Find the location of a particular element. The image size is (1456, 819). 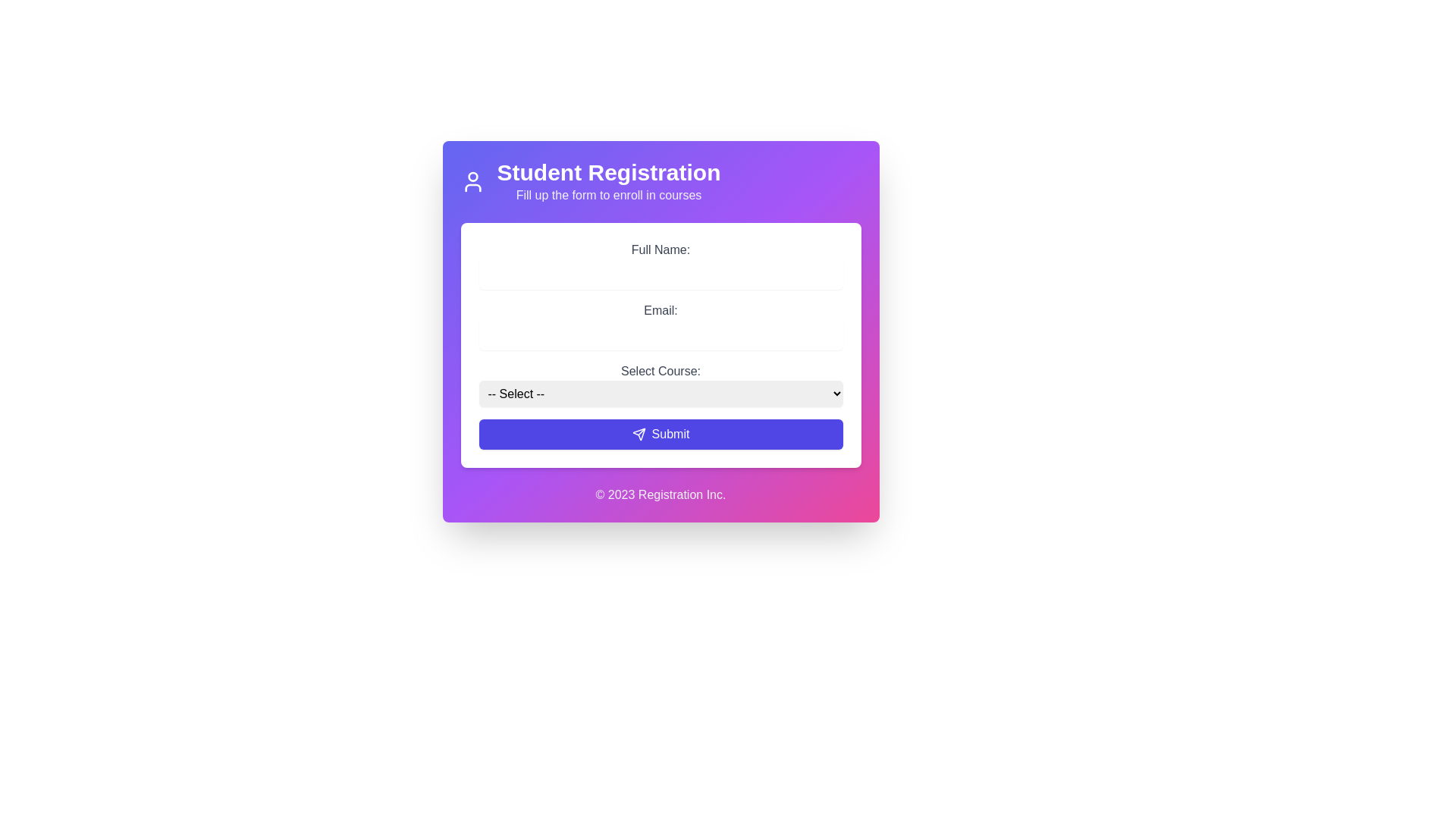

the 'Submit' button, which is a full-width button with a purple background, white text, and a paper plane icon, located at the bottom of the registration box is located at coordinates (661, 435).